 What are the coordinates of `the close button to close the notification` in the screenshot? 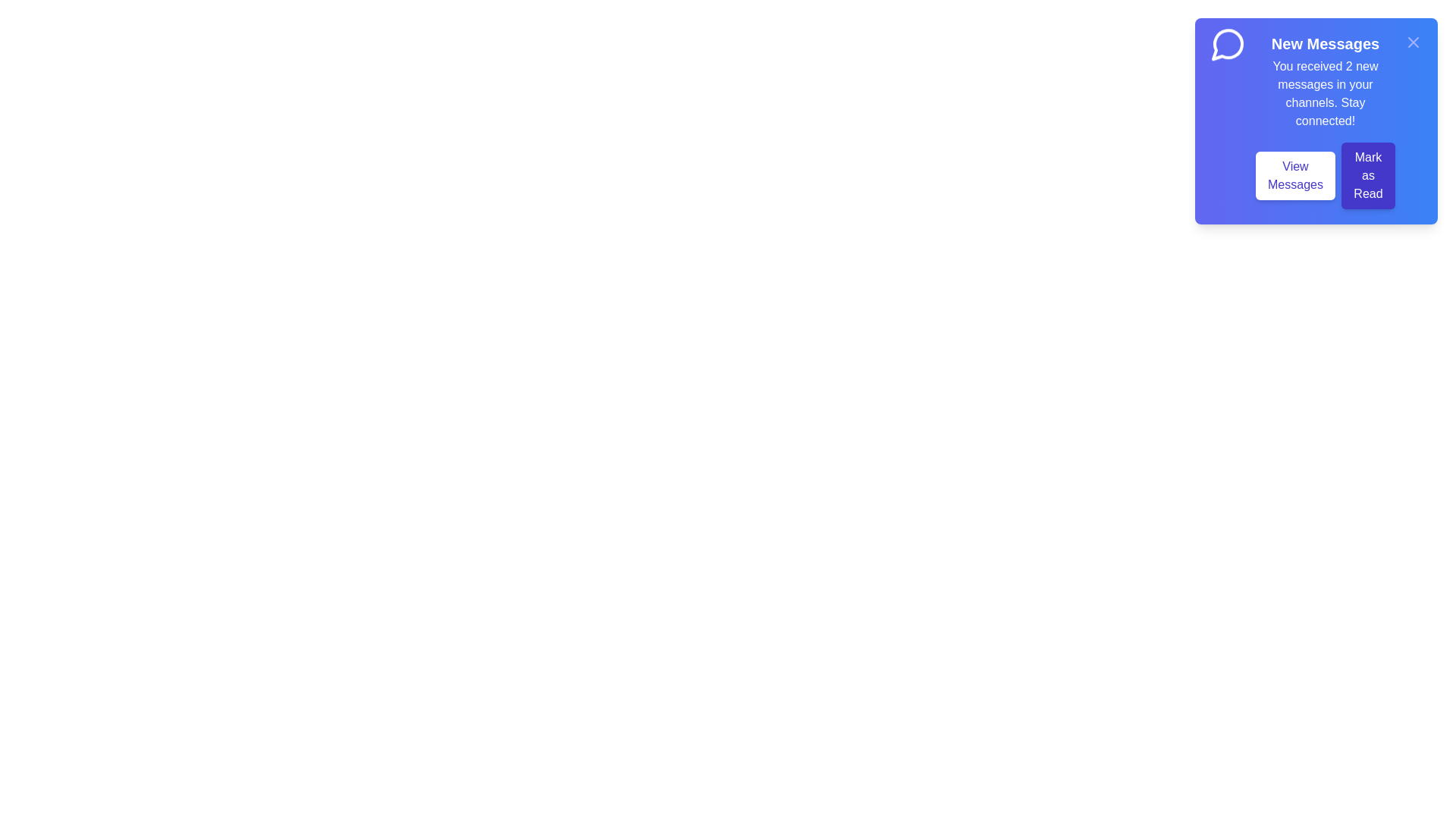 It's located at (1412, 42).